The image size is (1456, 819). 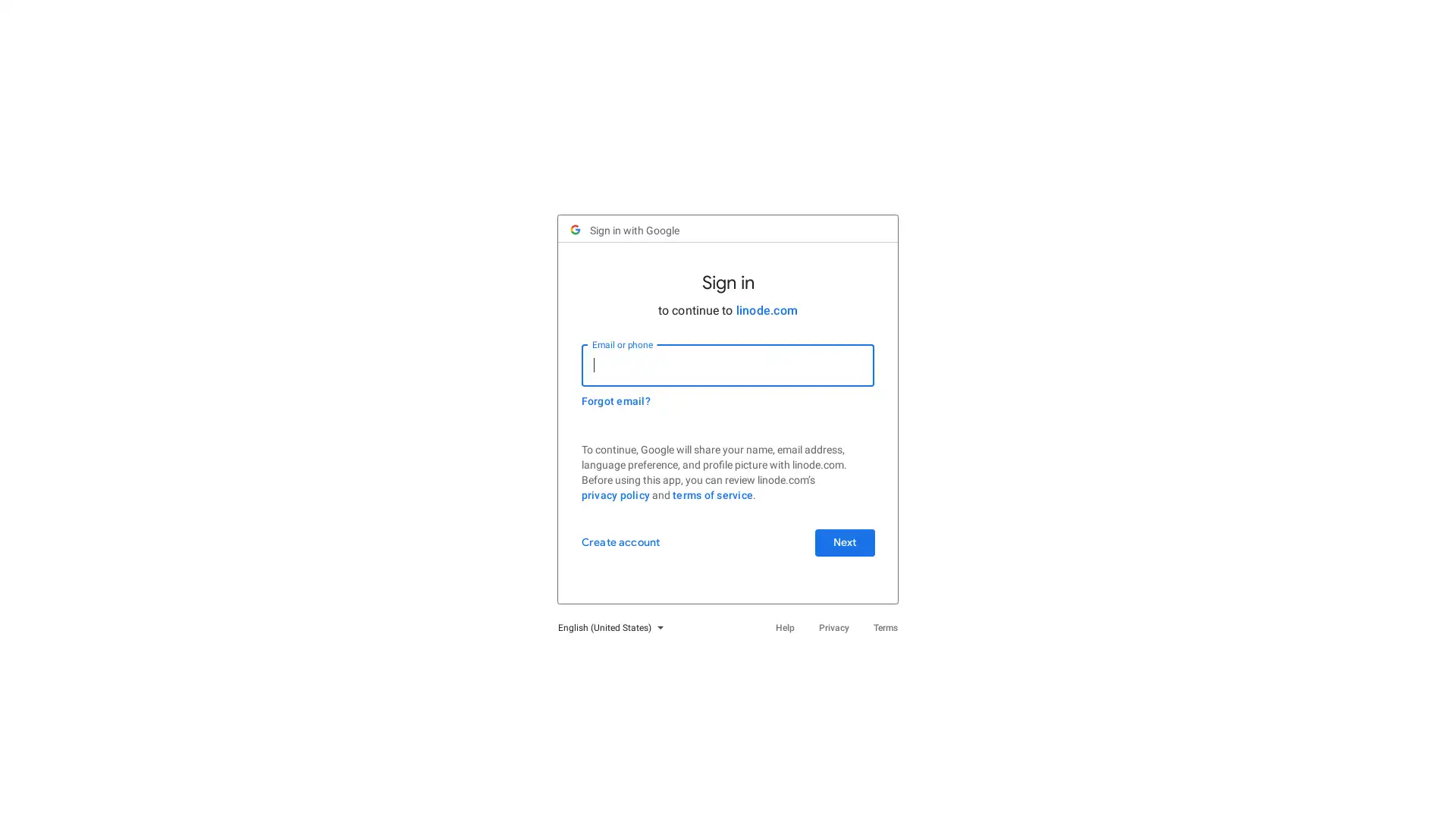 What do you see at coordinates (623, 406) in the screenshot?
I see `Forgot email?` at bounding box center [623, 406].